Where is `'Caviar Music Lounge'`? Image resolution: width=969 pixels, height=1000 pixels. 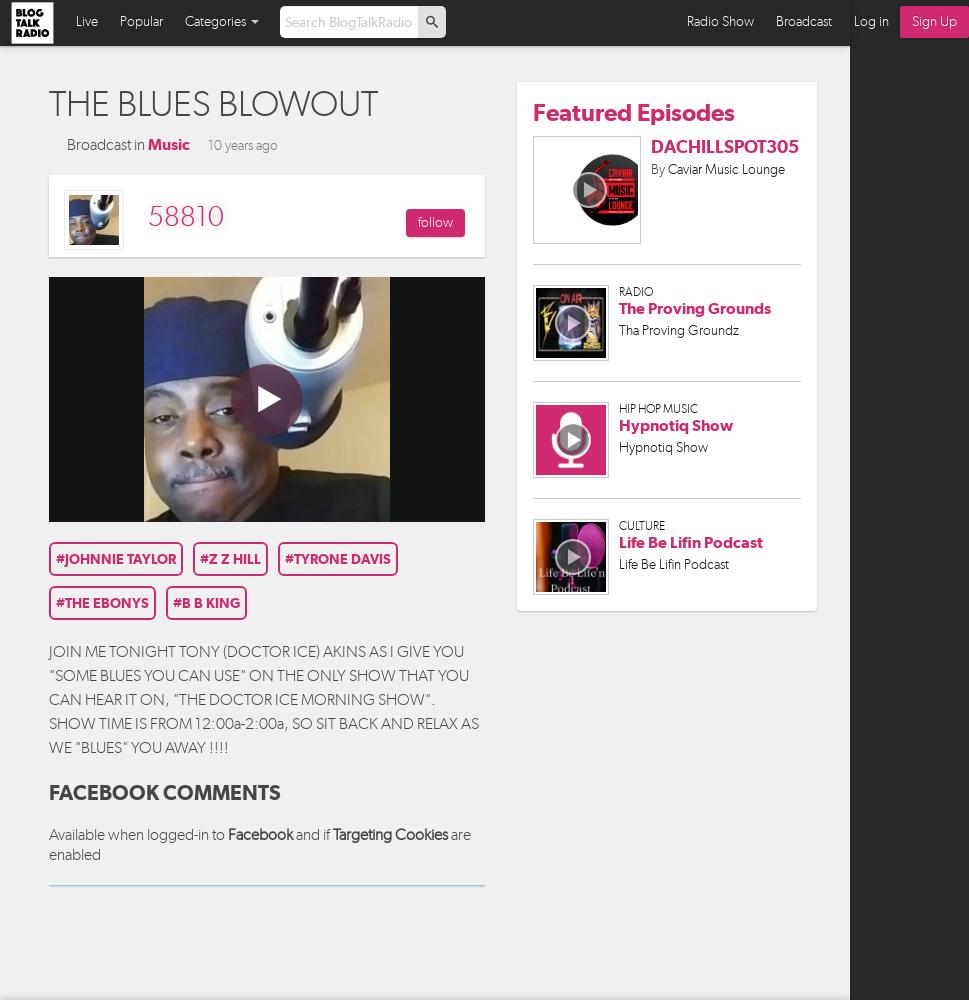 'Caviar Music Lounge' is located at coordinates (725, 168).